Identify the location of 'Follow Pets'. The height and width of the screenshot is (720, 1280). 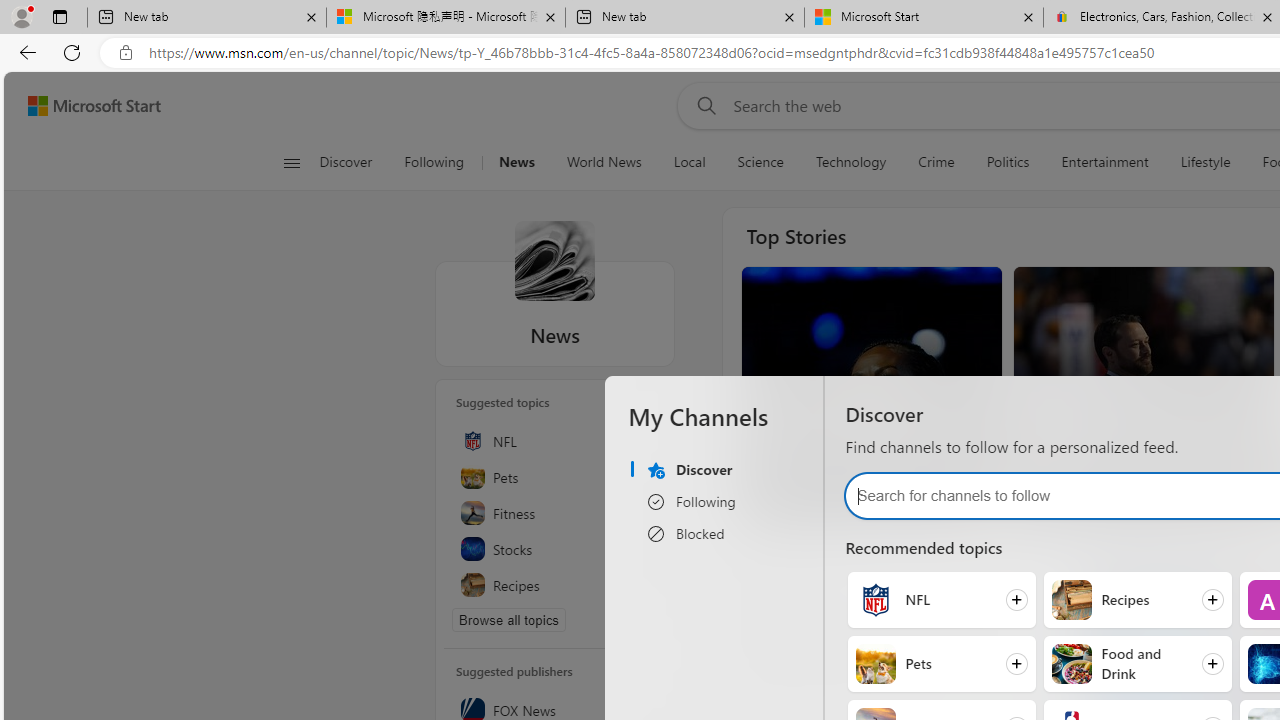
(940, 663).